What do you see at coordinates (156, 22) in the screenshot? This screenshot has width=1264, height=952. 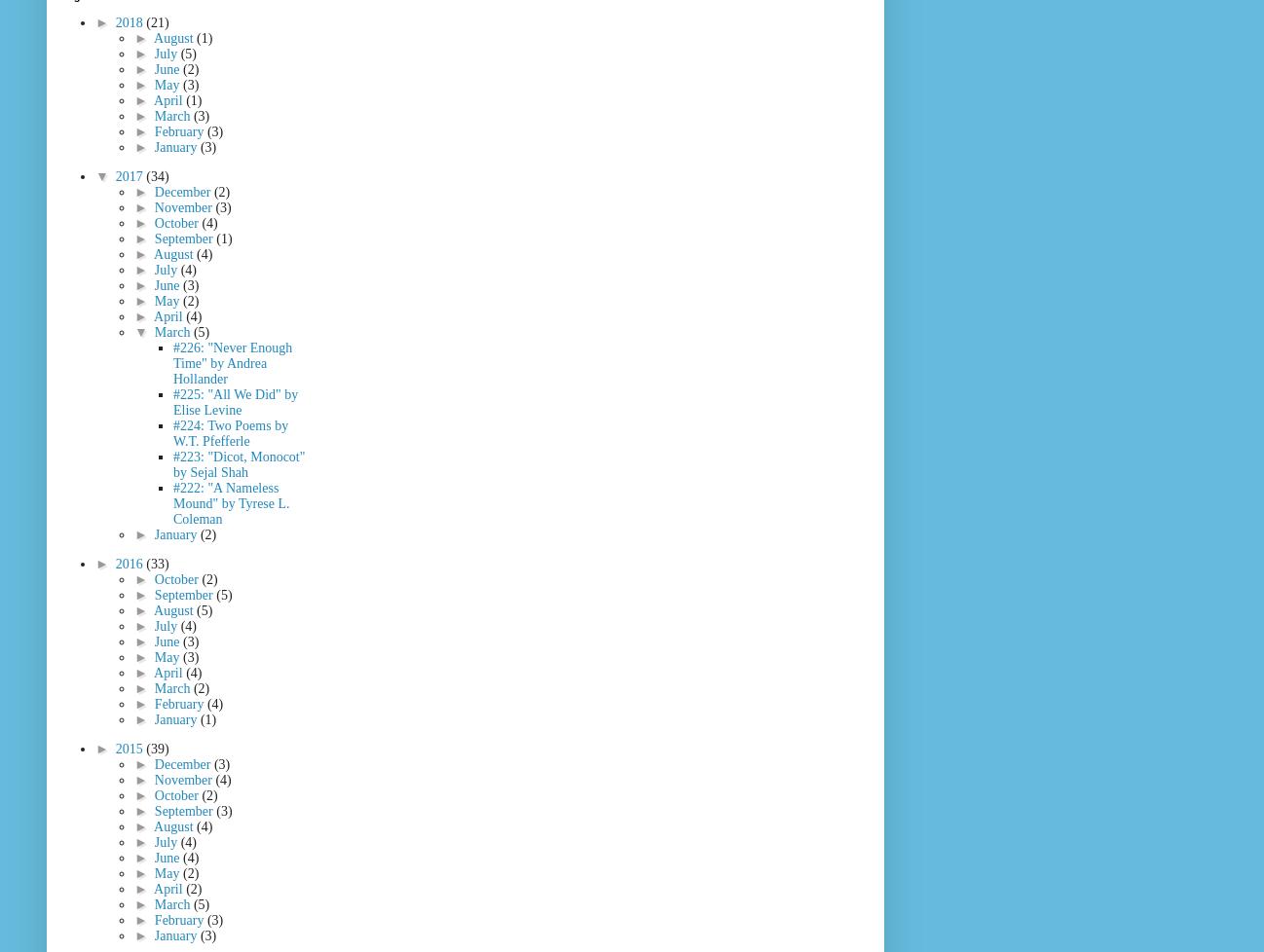 I see `'(21)'` at bounding box center [156, 22].